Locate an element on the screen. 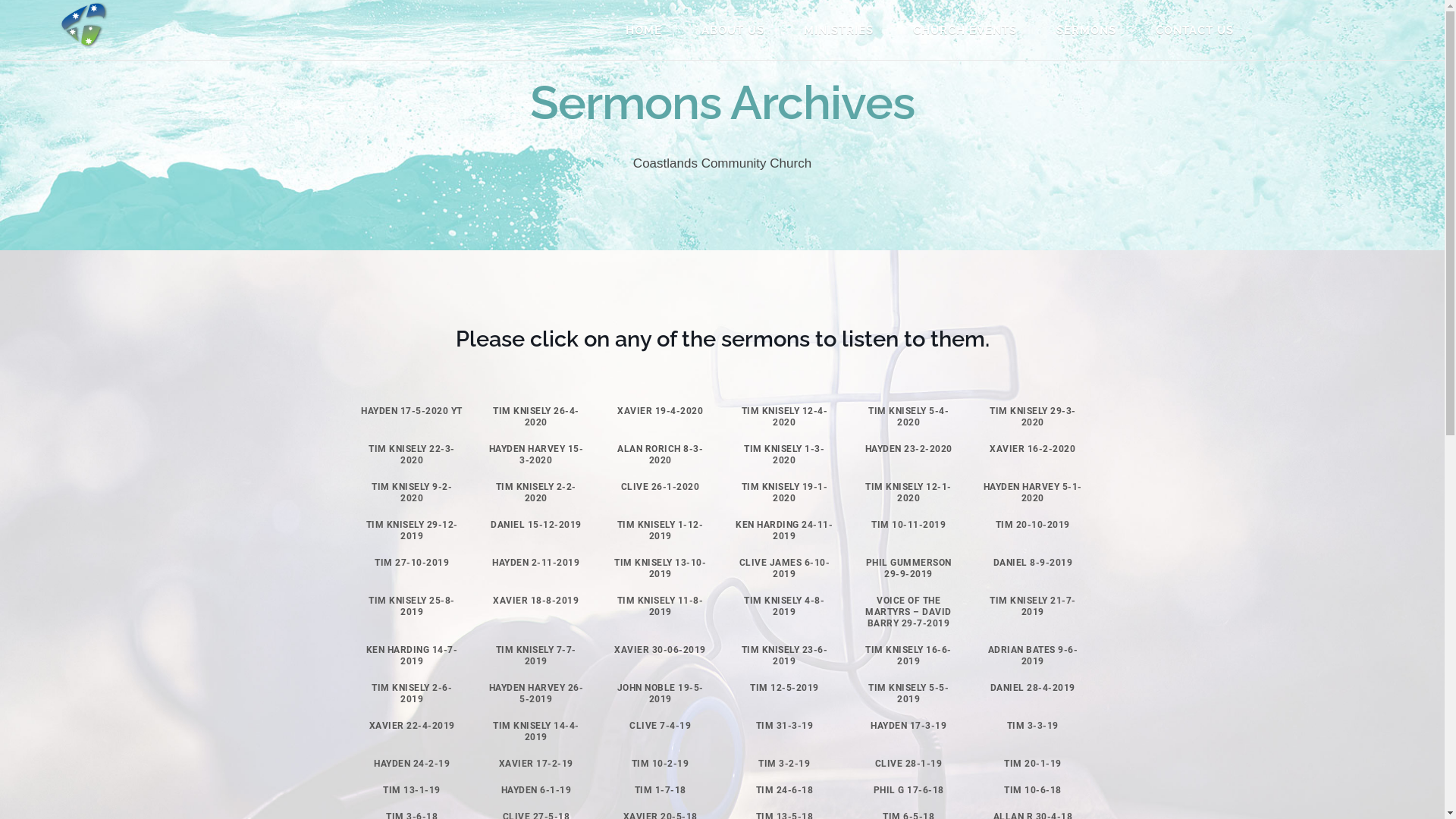 The image size is (1456, 819). 'ABOUT US' is located at coordinates (739, 30).